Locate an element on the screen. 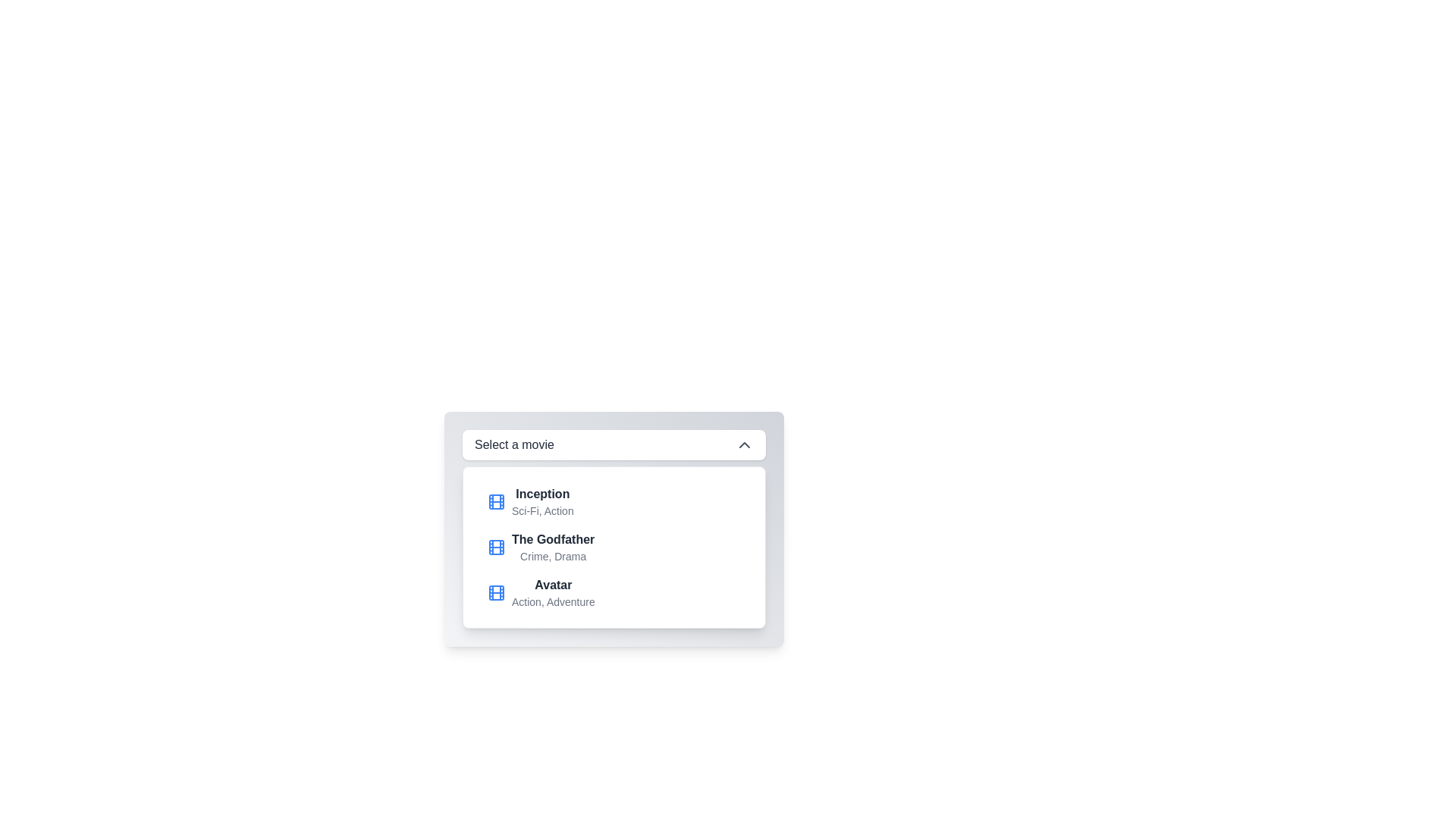 This screenshot has width=1456, height=819. text label that displays the genre classification for the movie 'Avatar', which is positioned directly beneath the title 'Avatar' in the dropdown list is located at coordinates (552, 601).